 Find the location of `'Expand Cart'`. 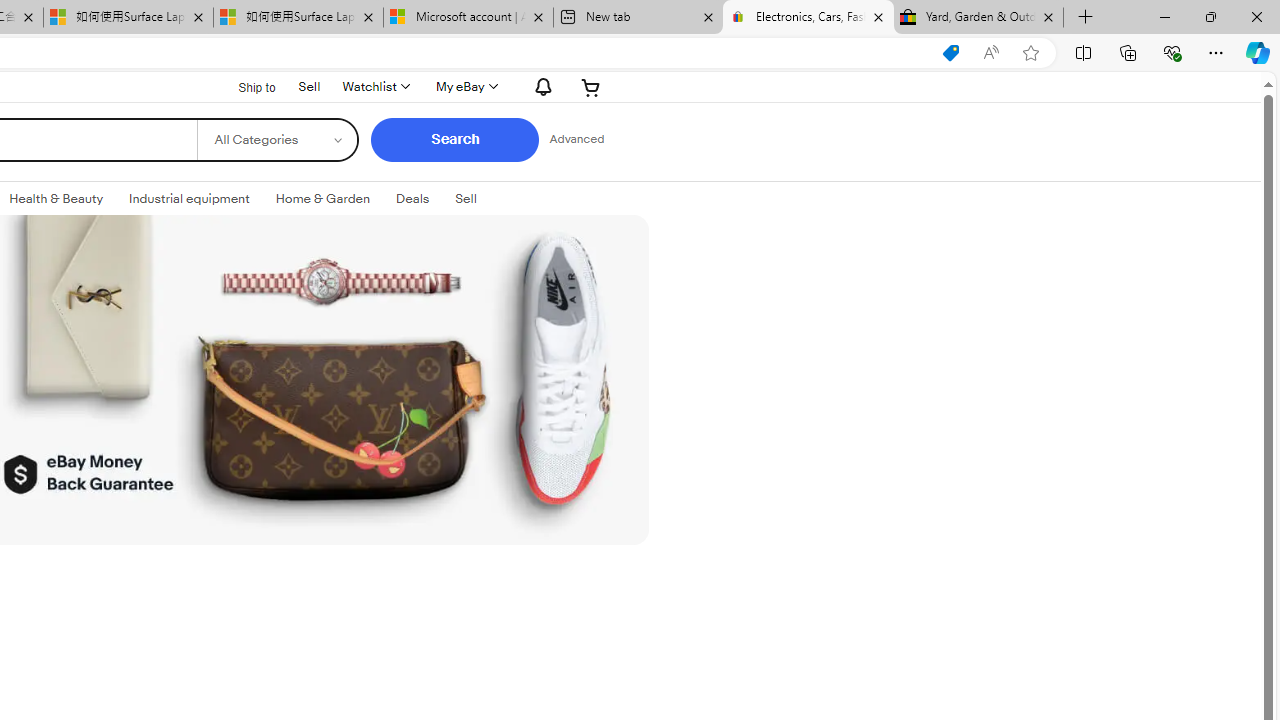

'Expand Cart' is located at coordinates (590, 85).